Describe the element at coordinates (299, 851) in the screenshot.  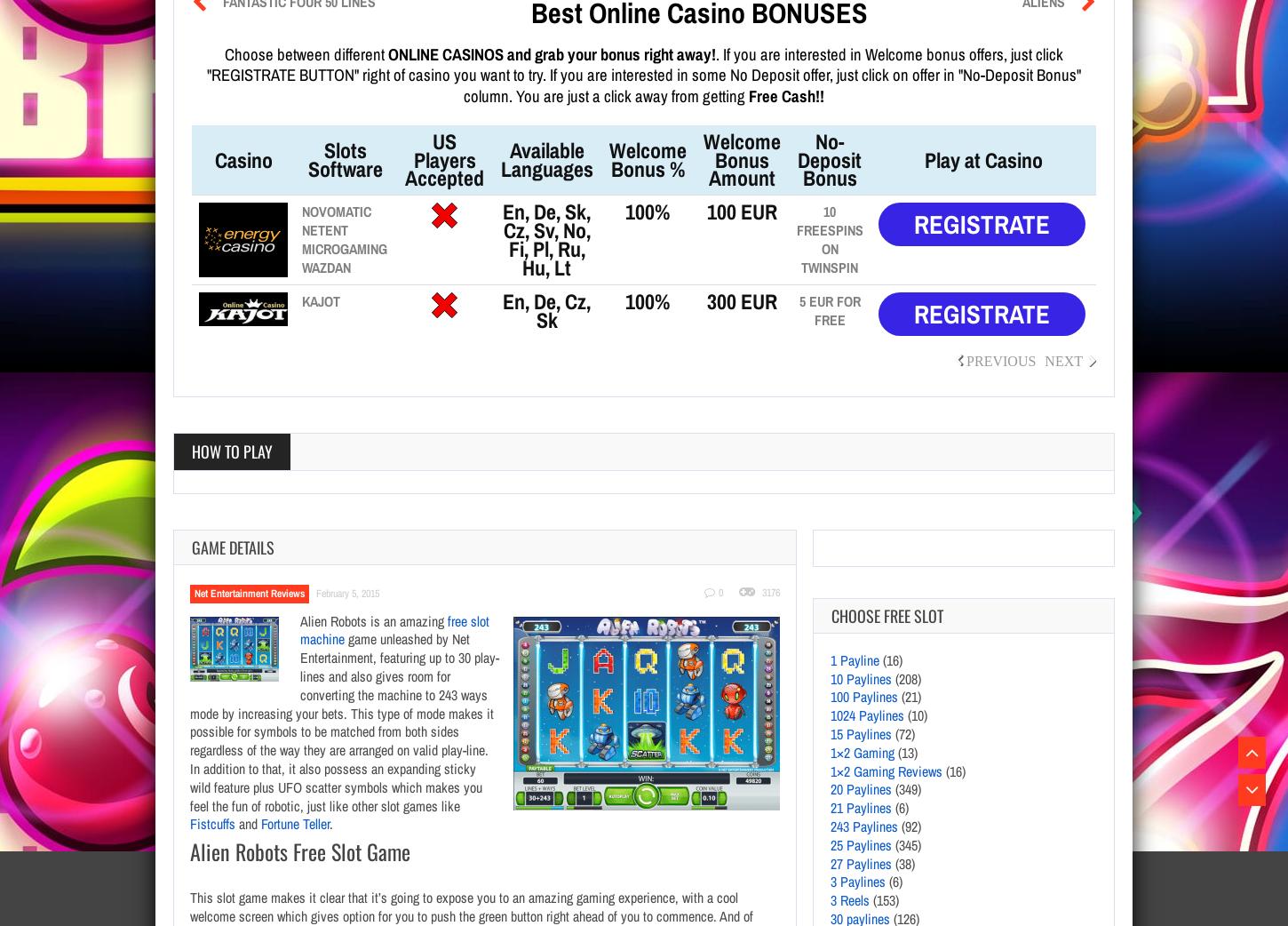
I see `'Alien Robots Free Slot Game'` at that location.